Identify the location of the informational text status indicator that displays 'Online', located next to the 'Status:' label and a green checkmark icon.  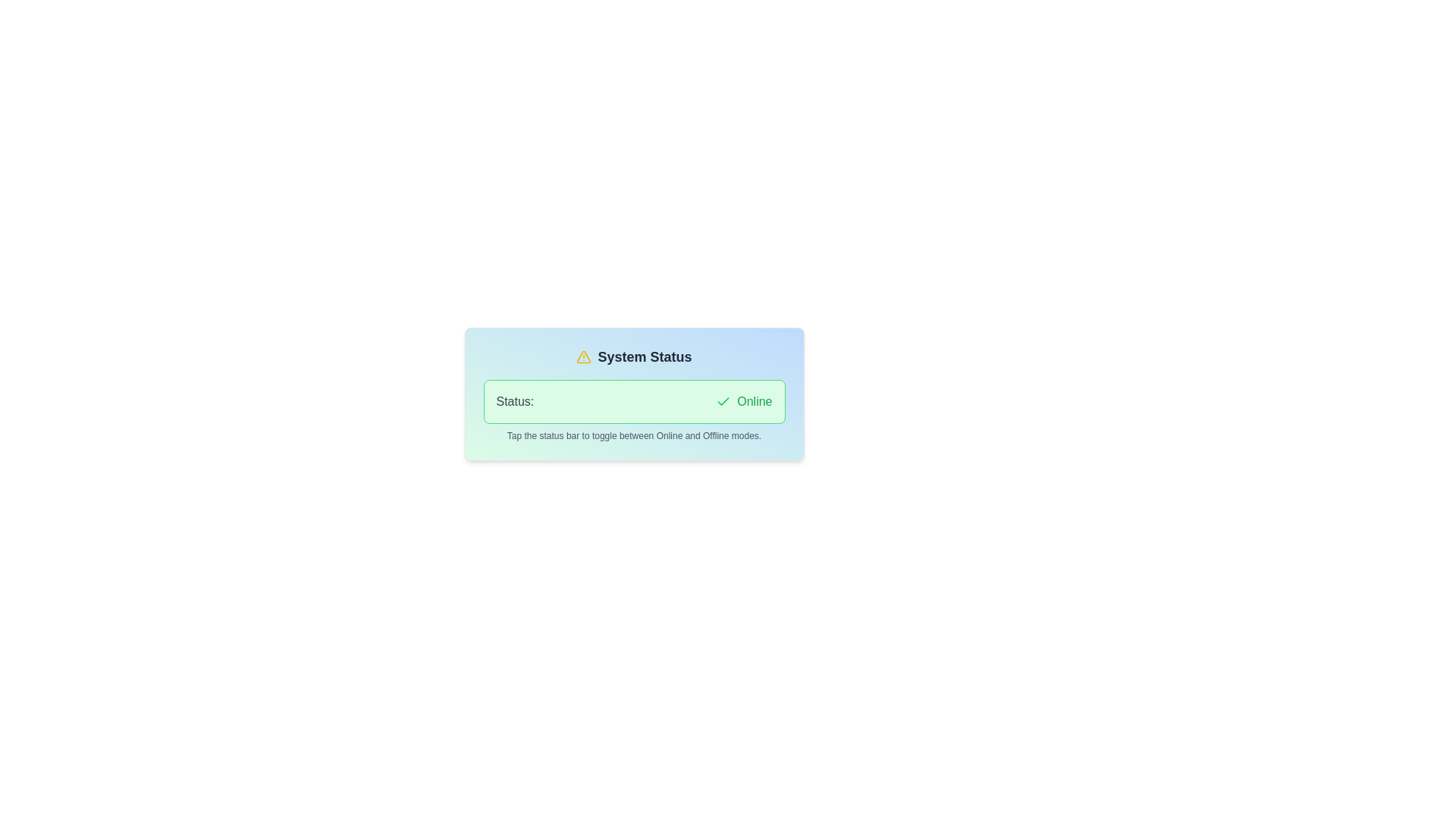
(744, 400).